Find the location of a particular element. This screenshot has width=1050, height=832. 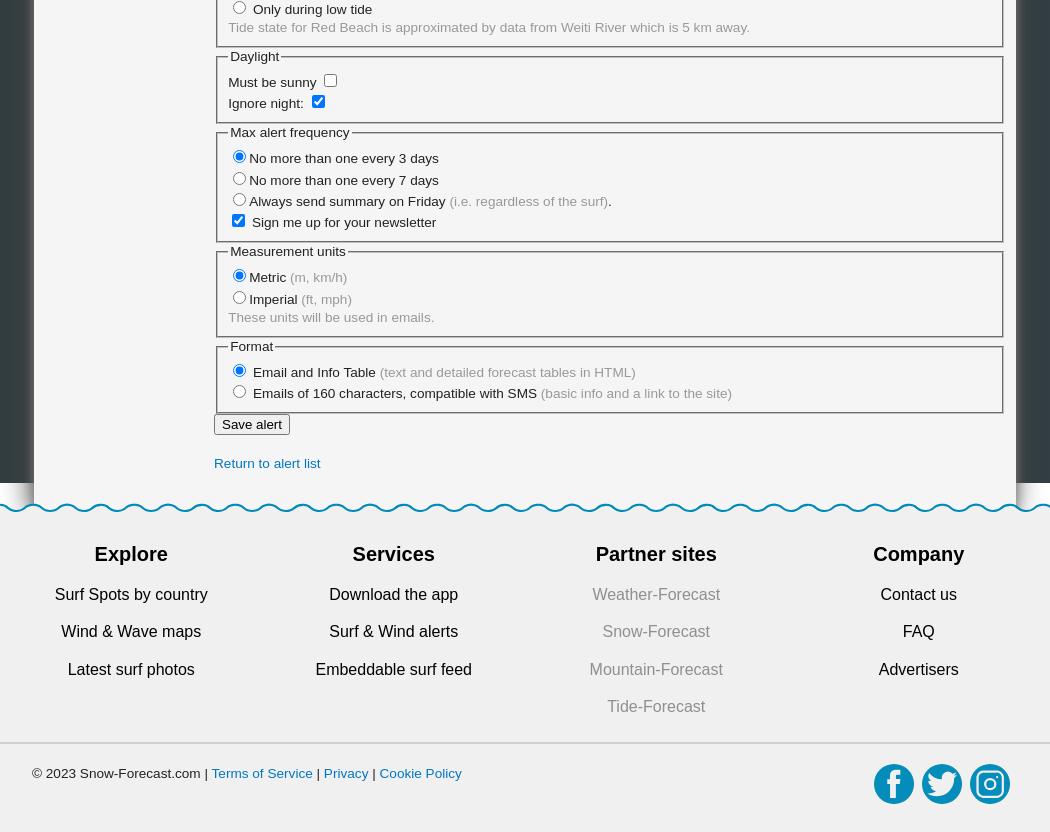

'Partner sites' is located at coordinates (594, 553).